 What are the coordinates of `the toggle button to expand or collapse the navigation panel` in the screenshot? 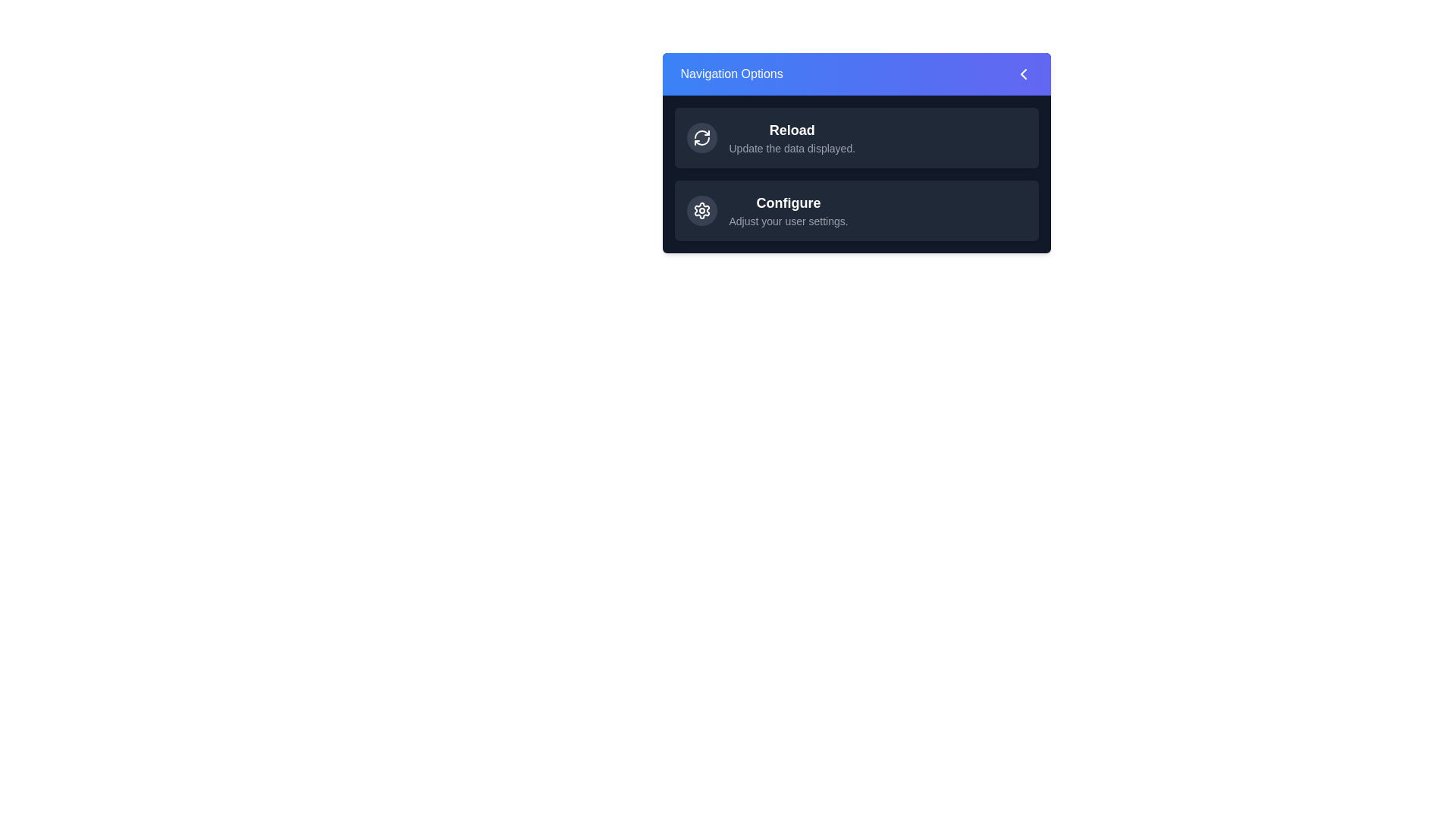 It's located at (856, 74).